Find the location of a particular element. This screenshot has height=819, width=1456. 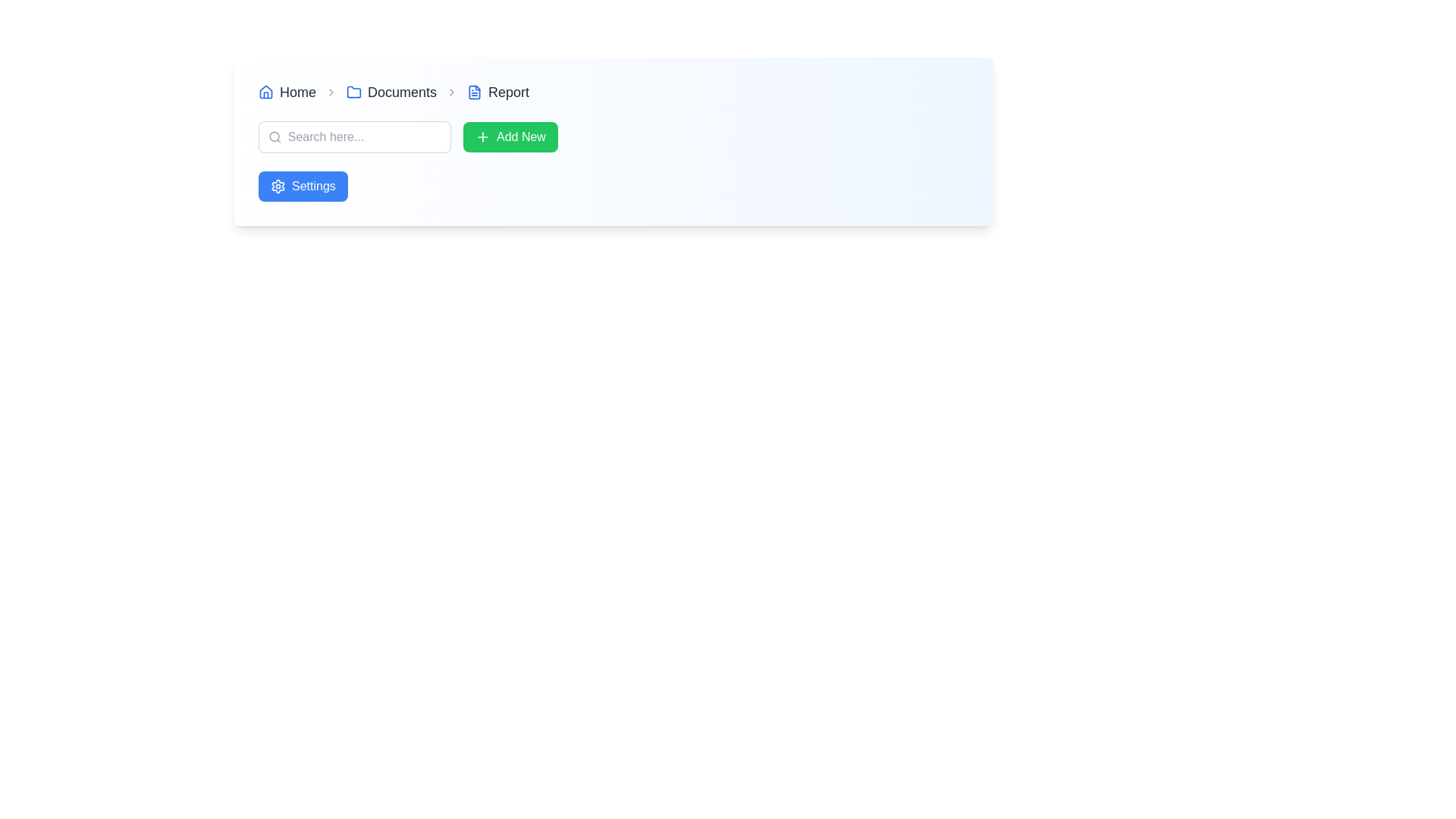

the 'Home' icon, which is the first element in the breadcrumb navigation bar located at the top-left of the UI is located at coordinates (265, 91).